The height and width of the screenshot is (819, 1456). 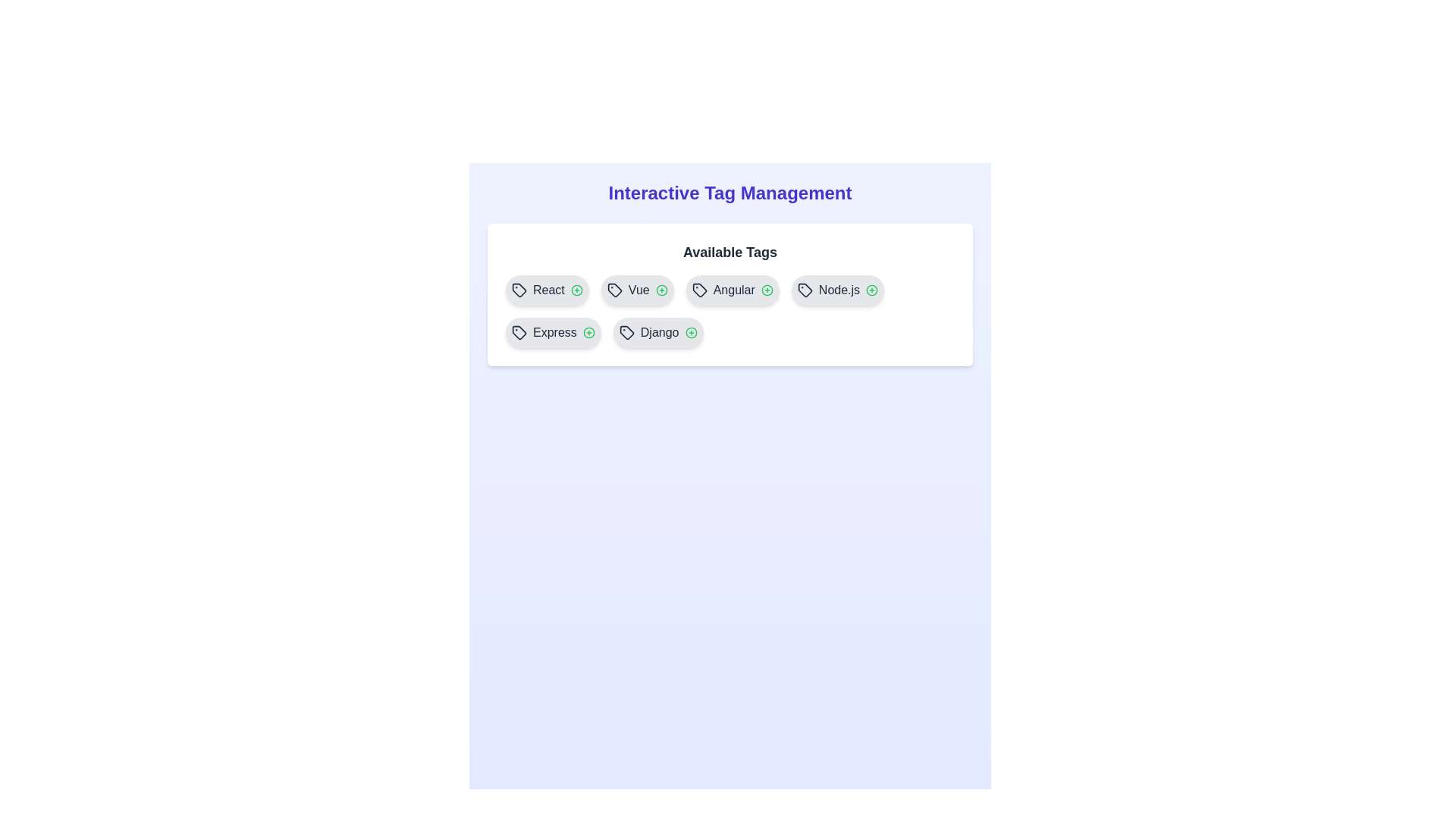 What do you see at coordinates (519, 290) in the screenshot?
I see `the tag icon located within the 'React' button in the top-left corner of the 'Available Tags' section` at bounding box center [519, 290].